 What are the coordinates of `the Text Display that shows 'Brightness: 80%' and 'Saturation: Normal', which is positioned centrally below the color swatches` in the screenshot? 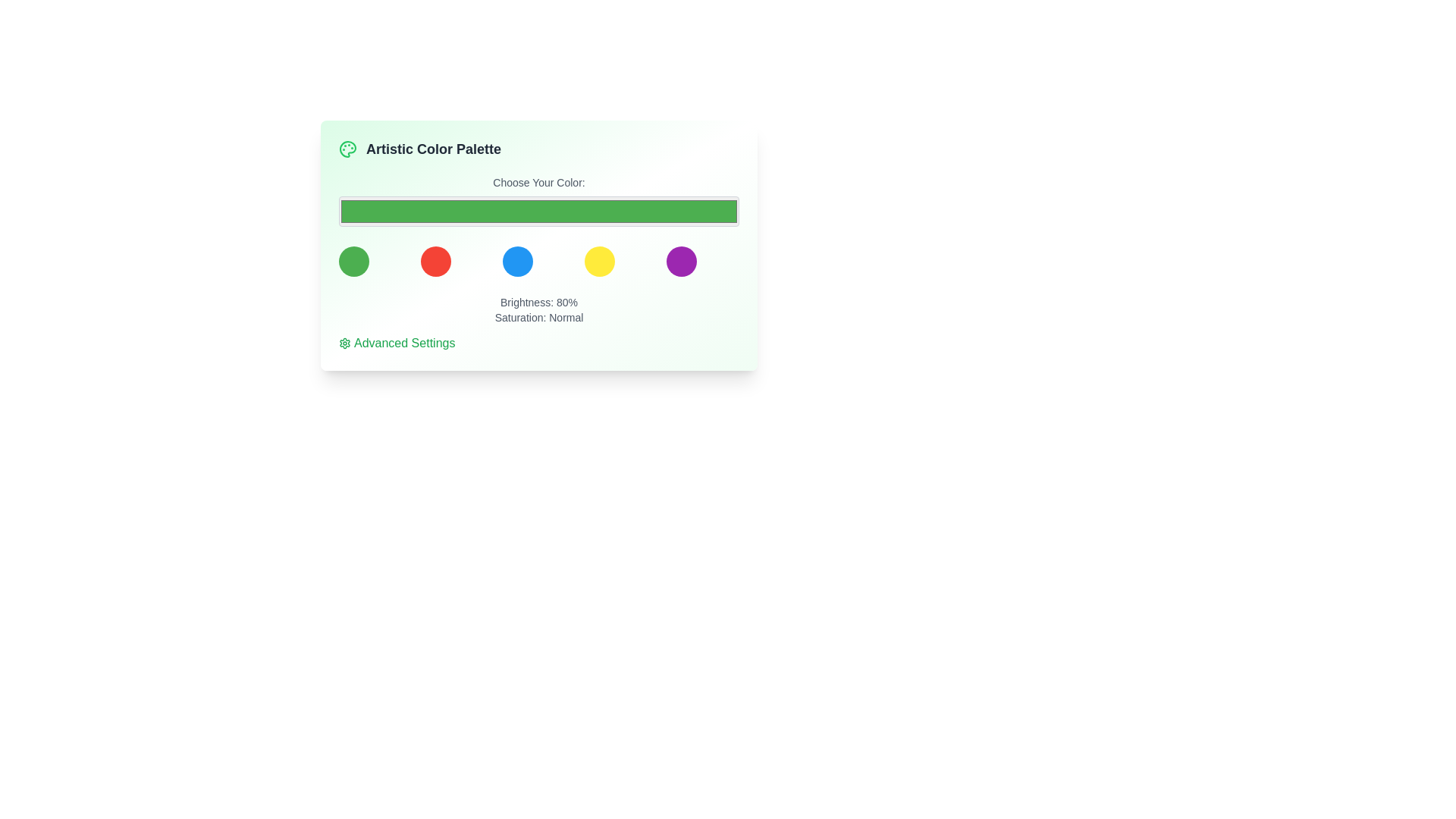 It's located at (538, 309).